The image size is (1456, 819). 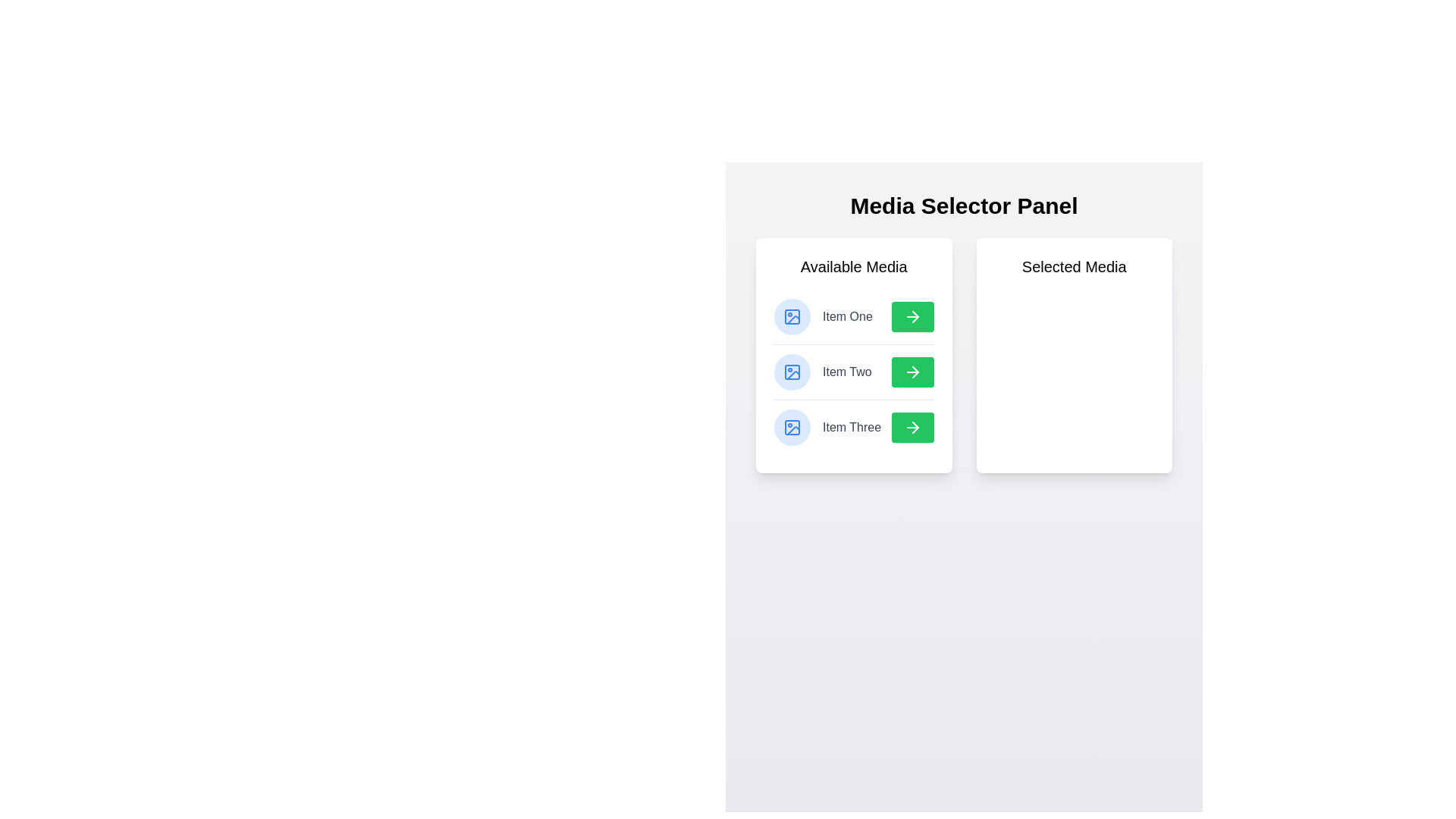 I want to click on the second list item, so click(x=822, y=372).